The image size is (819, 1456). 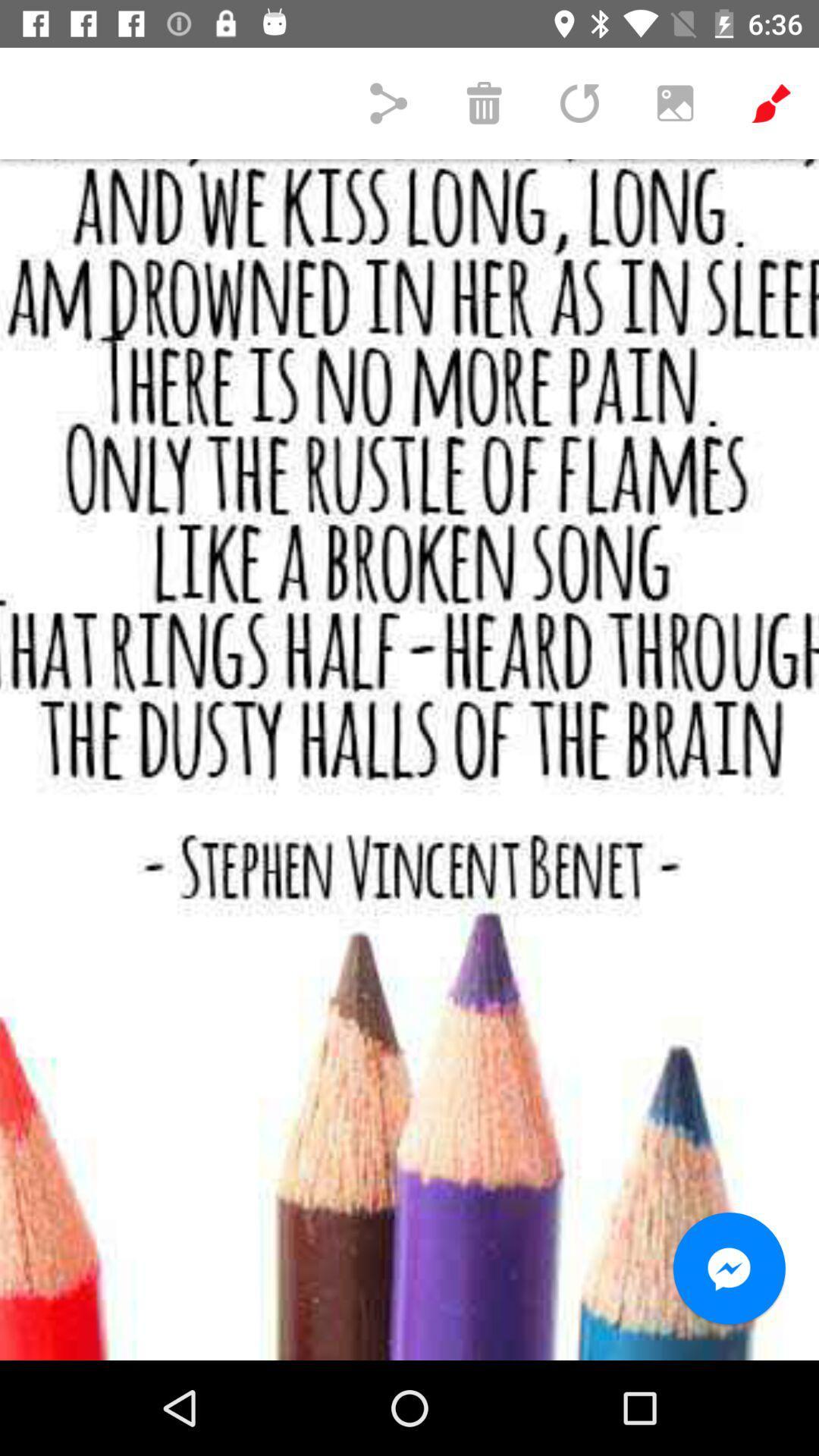 I want to click on the icon at the bottom right corner, so click(x=728, y=1269).